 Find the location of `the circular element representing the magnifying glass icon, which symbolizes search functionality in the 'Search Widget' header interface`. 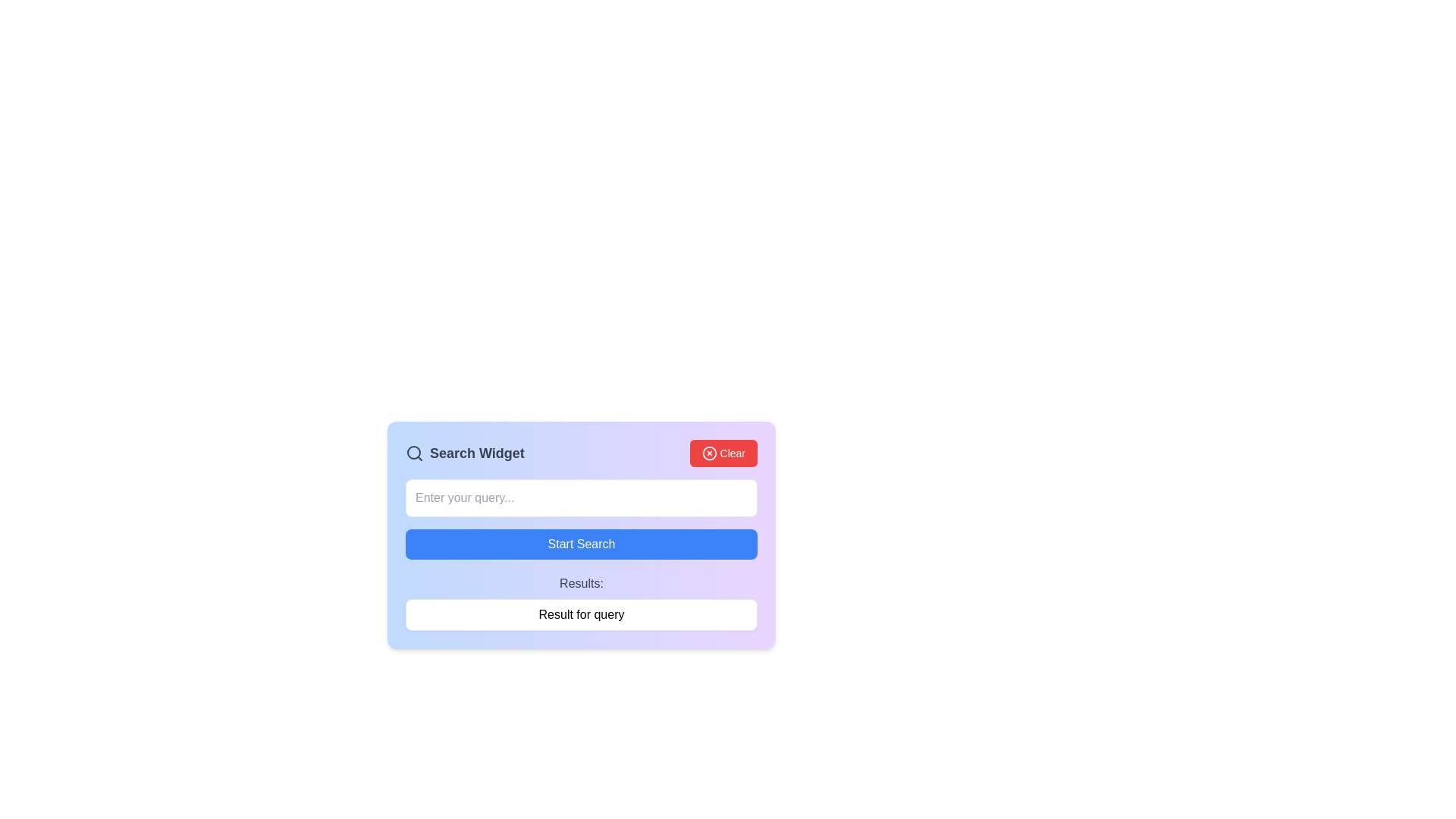

the circular element representing the magnifying glass icon, which symbolizes search functionality in the 'Search Widget' header interface is located at coordinates (414, 452).